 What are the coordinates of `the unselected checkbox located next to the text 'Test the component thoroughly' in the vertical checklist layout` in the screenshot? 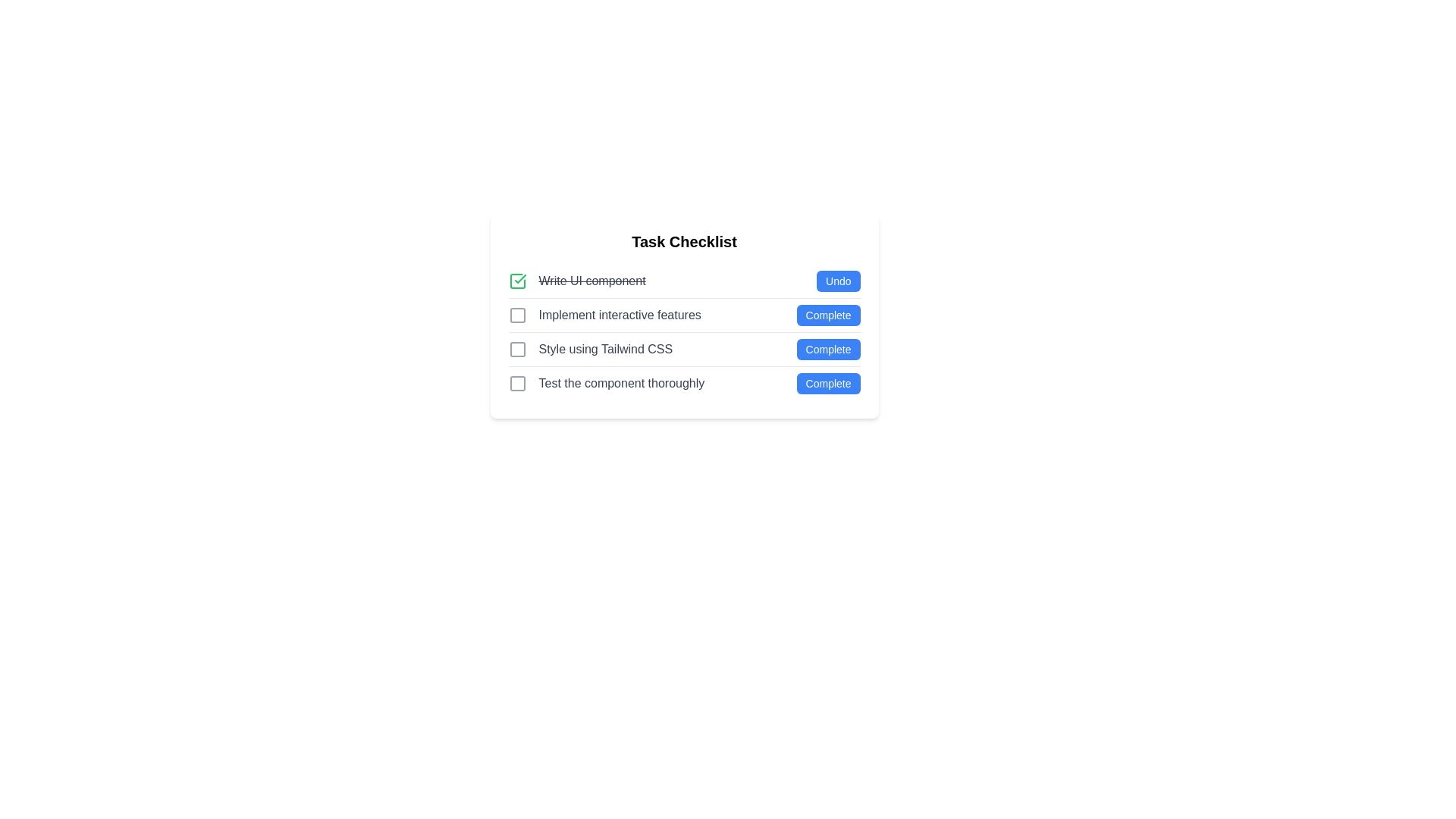 It's located at (517, 382).